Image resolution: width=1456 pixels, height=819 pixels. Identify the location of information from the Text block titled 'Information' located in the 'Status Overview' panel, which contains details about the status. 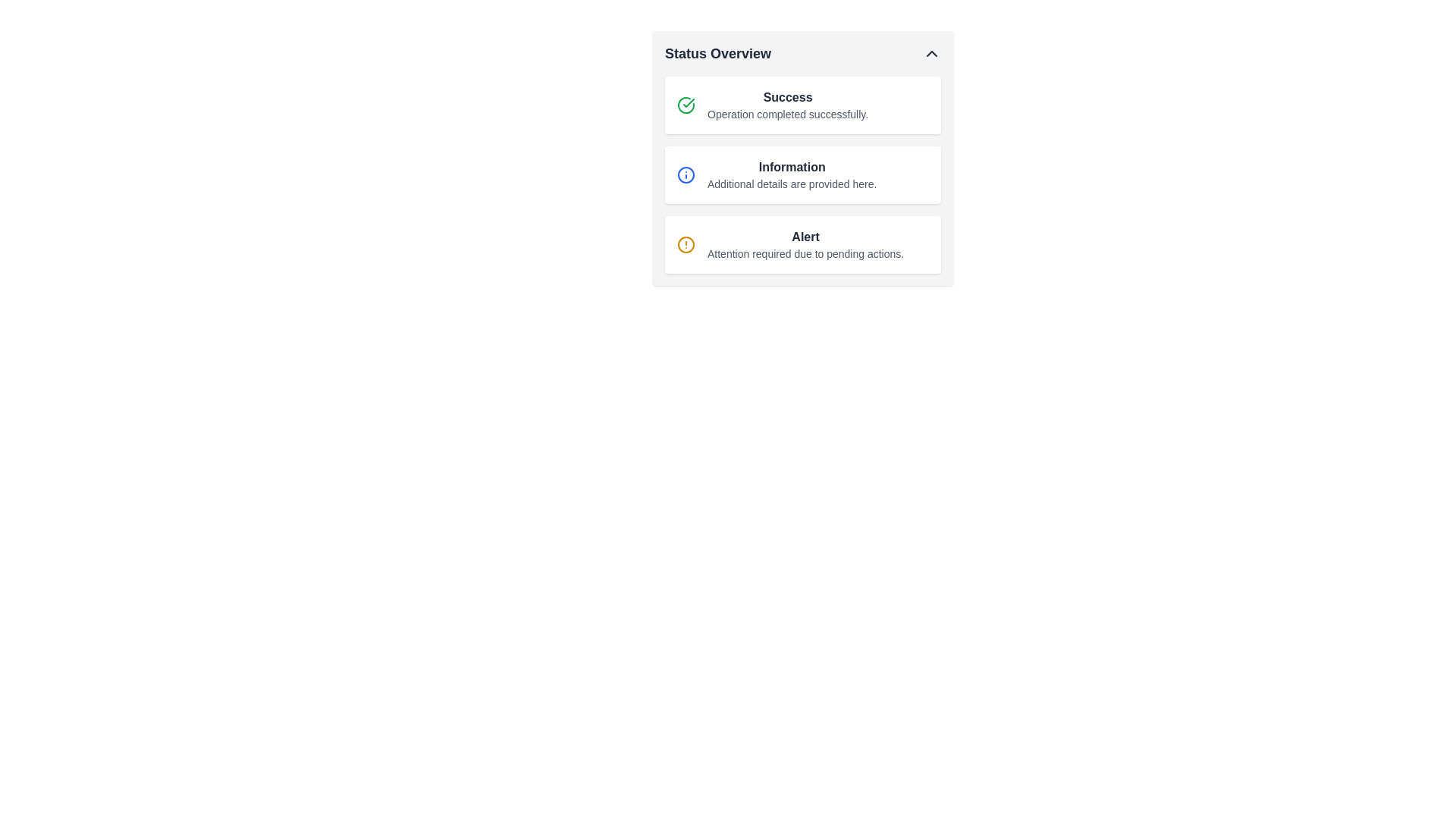
(791, 174).